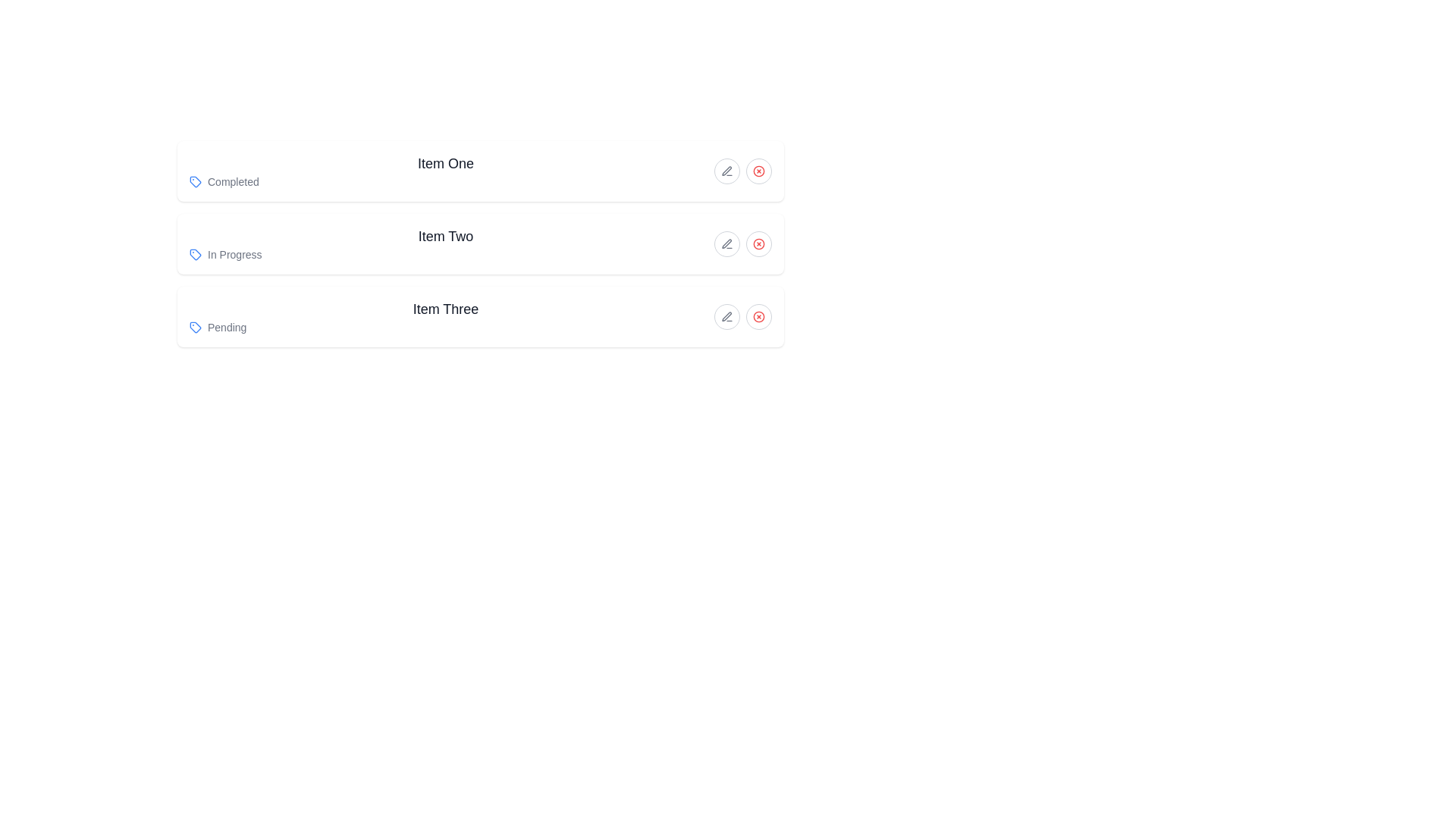 The height and width of the screenshot is (819, 1456). What do you see at coordinates (759, 243) in the screenshot?
I see `the circular button with a red 'X' icon located in the second row of the 'Item Two' list` at bounding box center [759, 243].